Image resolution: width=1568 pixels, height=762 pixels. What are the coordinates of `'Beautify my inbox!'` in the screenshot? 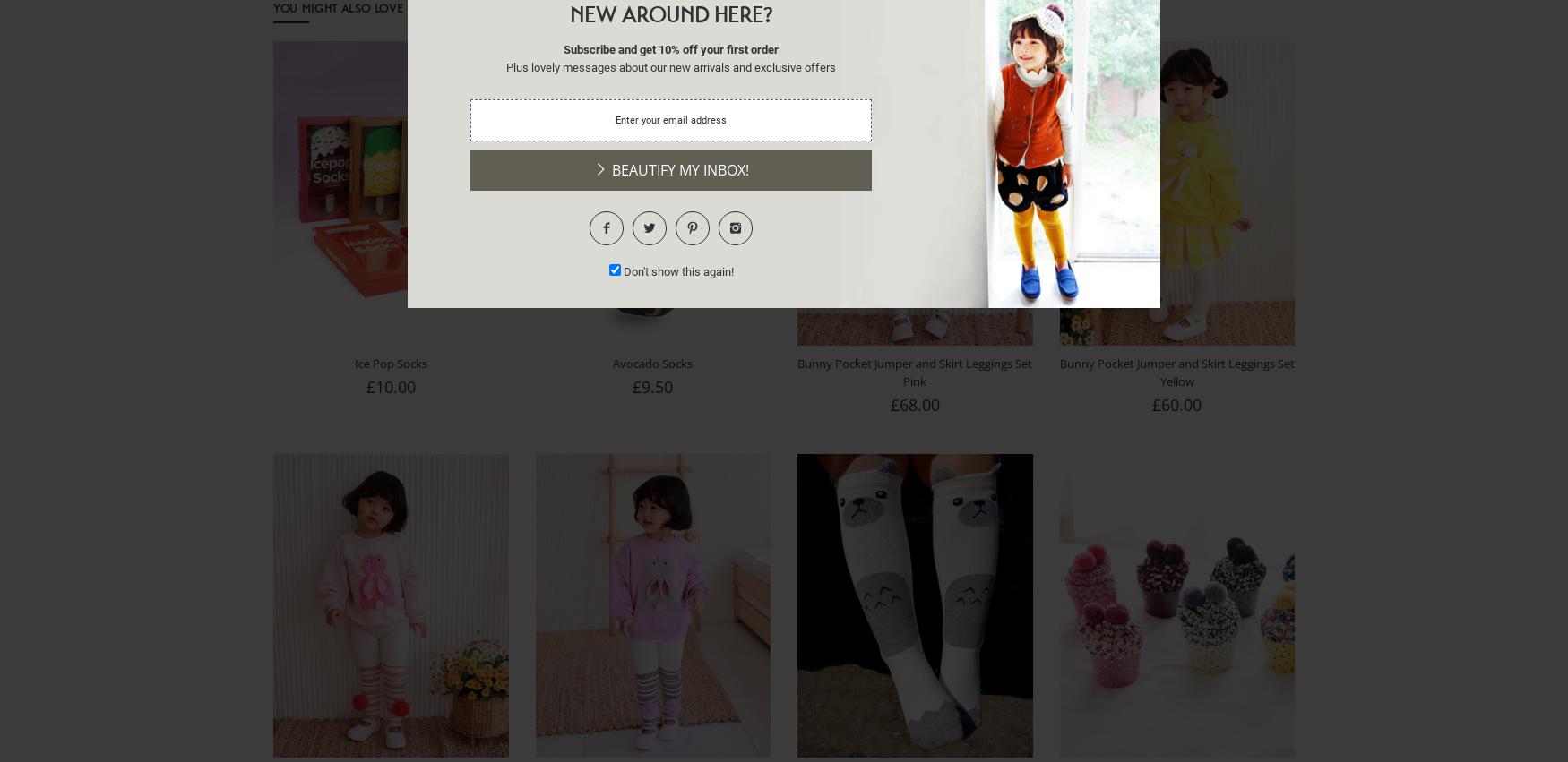 It's located at (676, 169).